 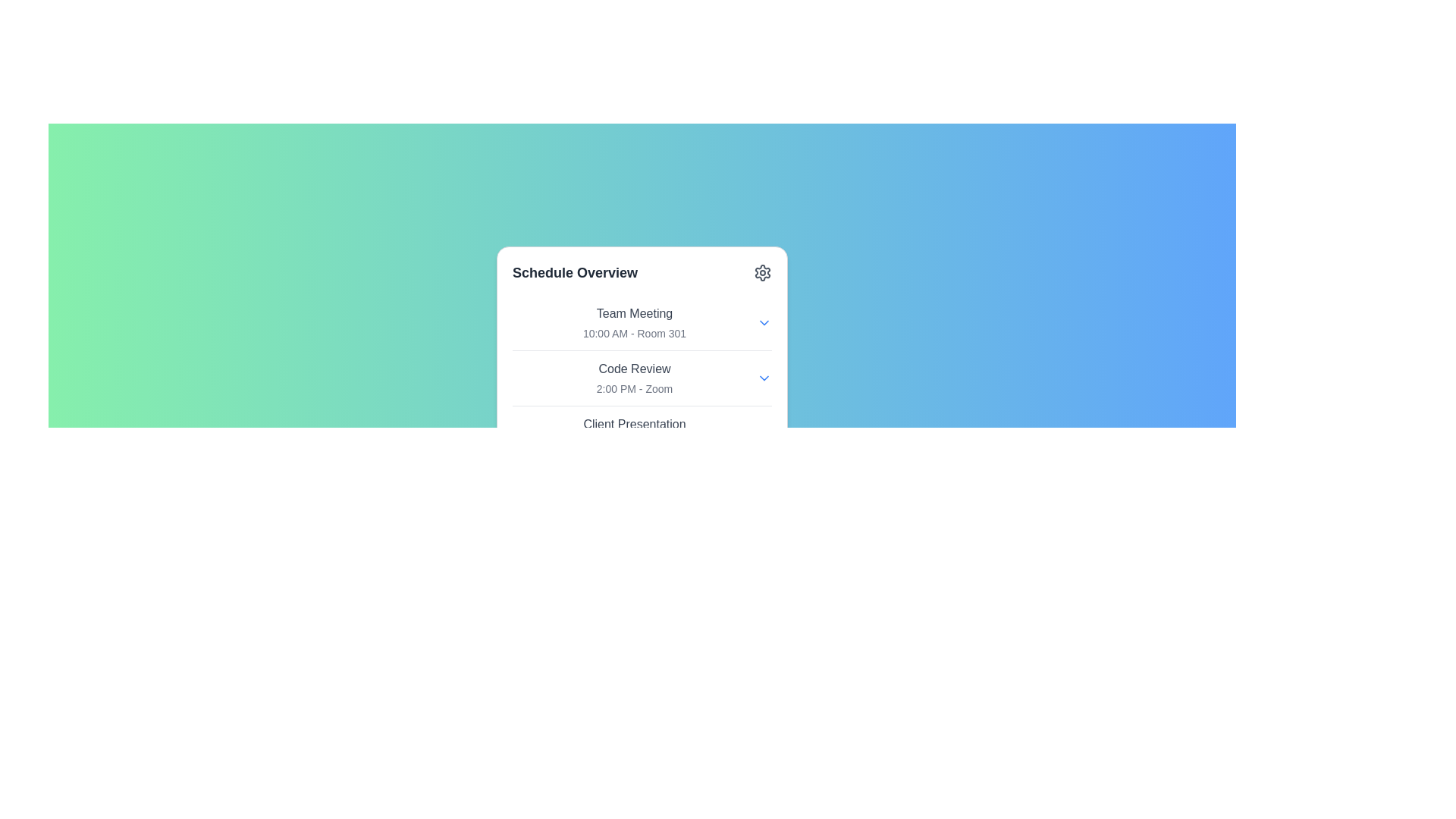 What do you see at coordinates (634, 322) in the screenshot?
I see `the information displayed in the first entry of the scheduled items, which is an informational text block within the 'Schedule Overview' card` at bounding box center [634, 322].